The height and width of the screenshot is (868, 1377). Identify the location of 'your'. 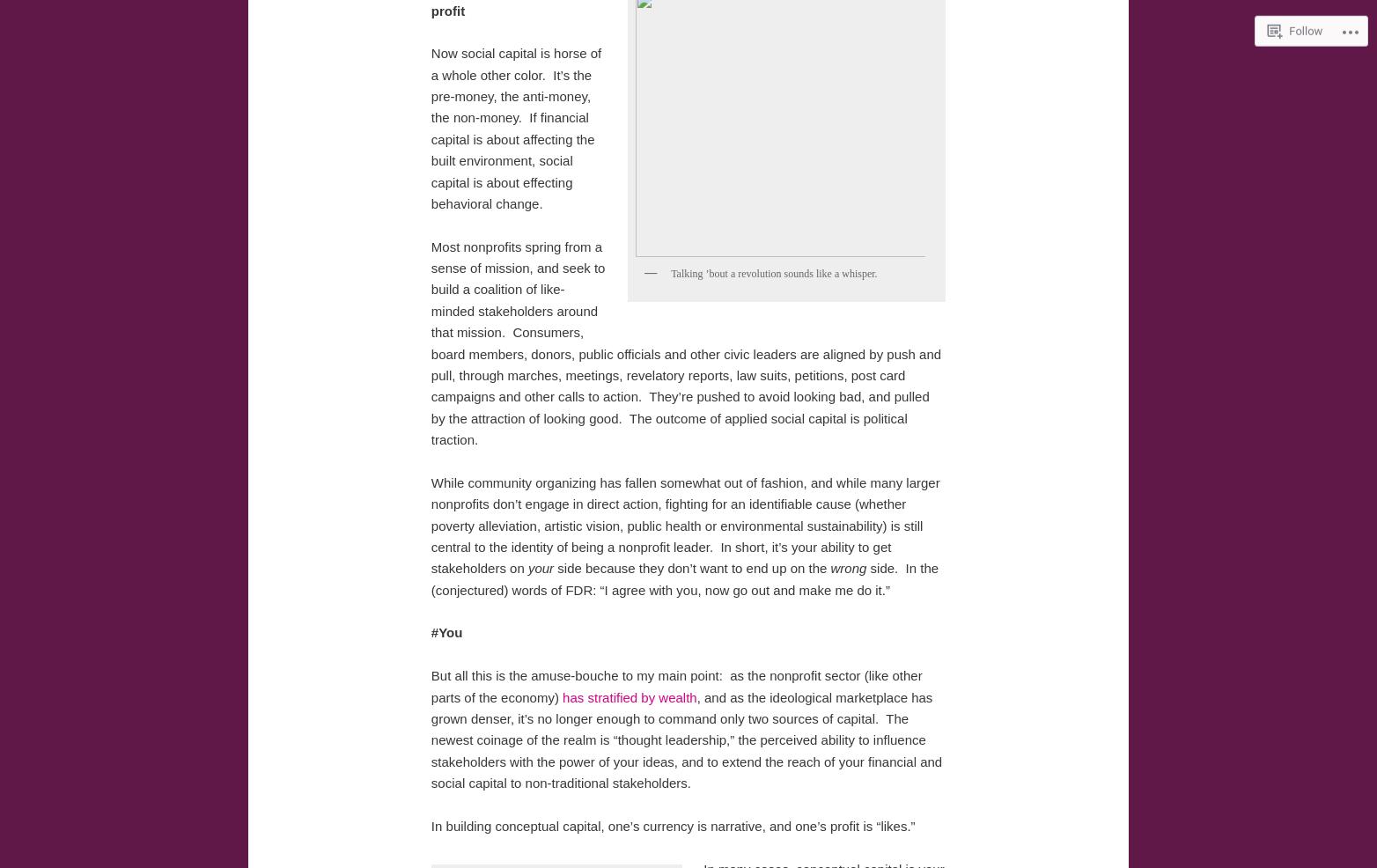
(540, 568).